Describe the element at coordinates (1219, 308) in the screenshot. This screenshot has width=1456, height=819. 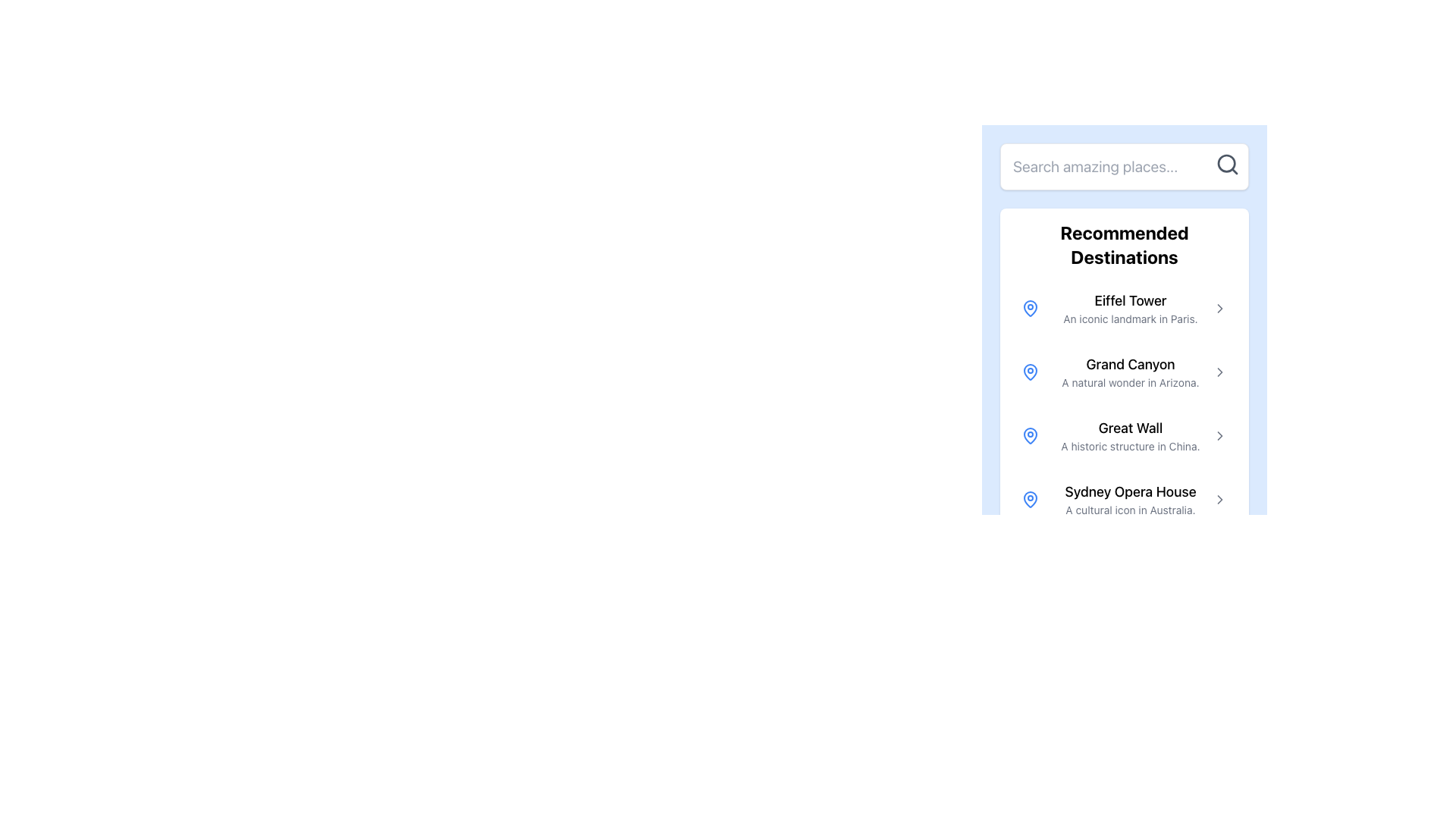
I see `the right-facing chevron icon that indicates navigation, located to the right of the 'Eiffel Tower' text, with a minimal design and gray outline` at that location.